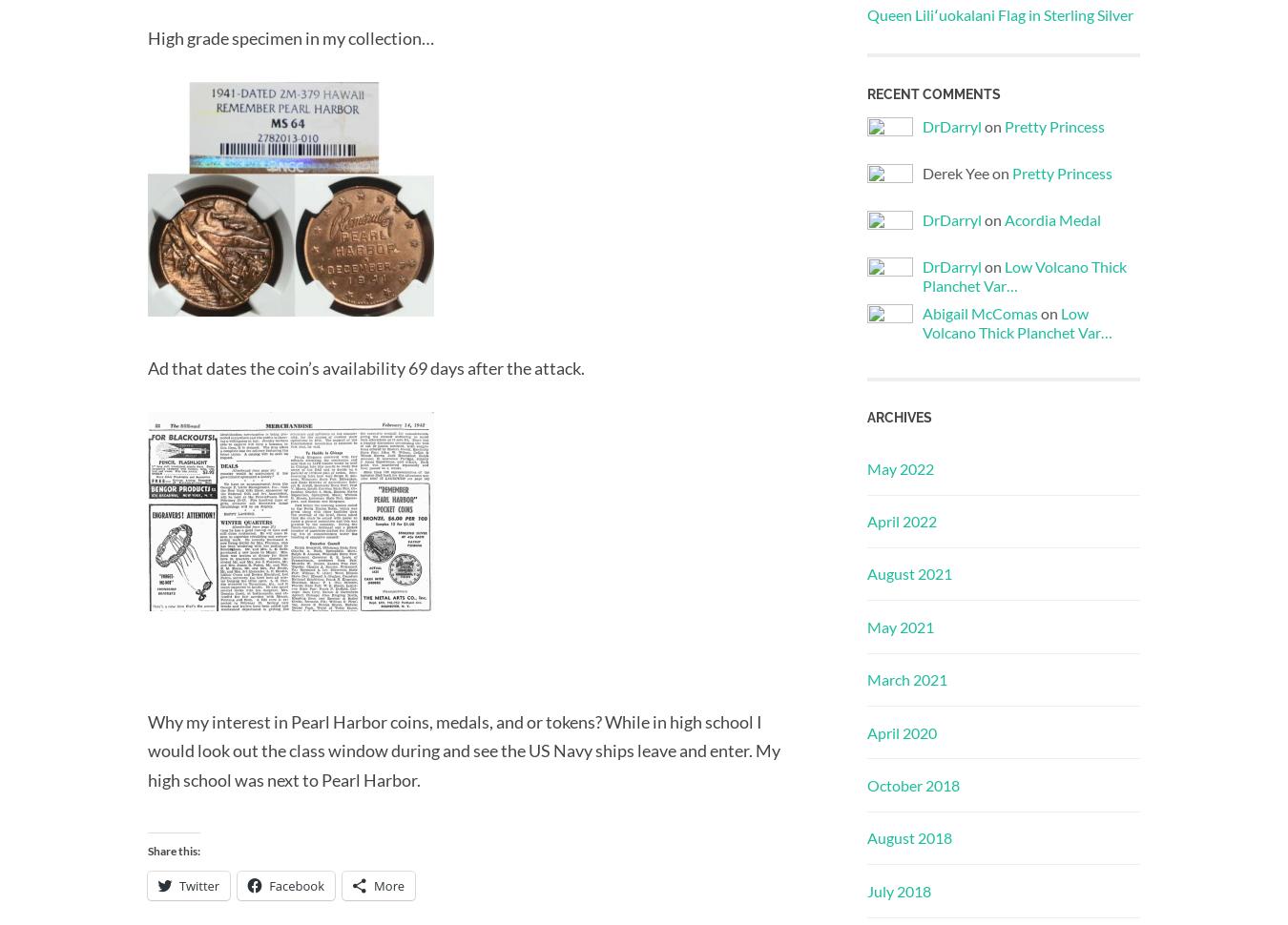 Image resolution: width=1288 pixels, height=925 pixels. Describe the element at coordinates (198, 884) in the screenshot. I see `'Twitter'` at that location.